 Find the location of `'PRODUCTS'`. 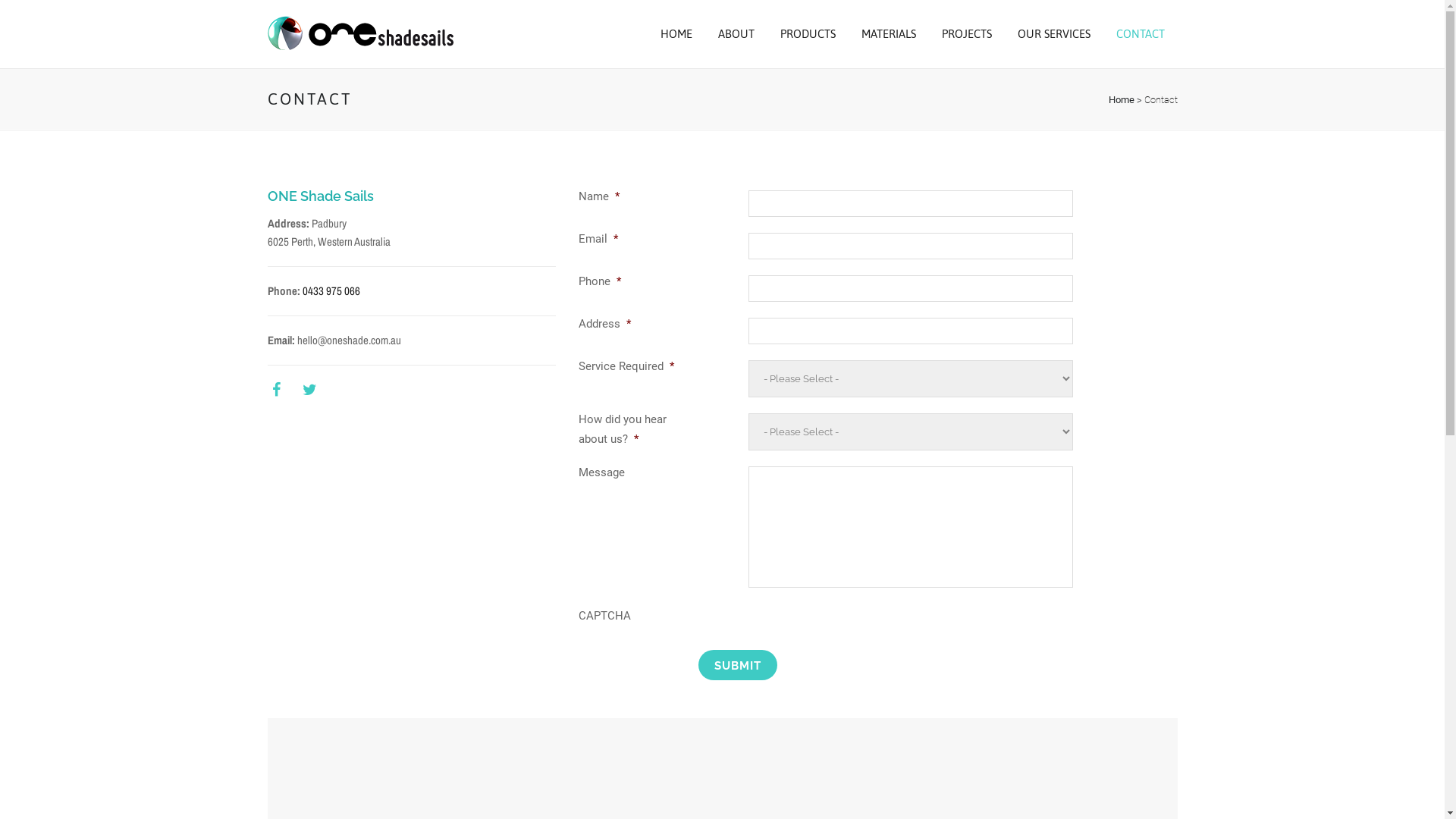

'PRODUCTS' is located at coordinates (767, 34).